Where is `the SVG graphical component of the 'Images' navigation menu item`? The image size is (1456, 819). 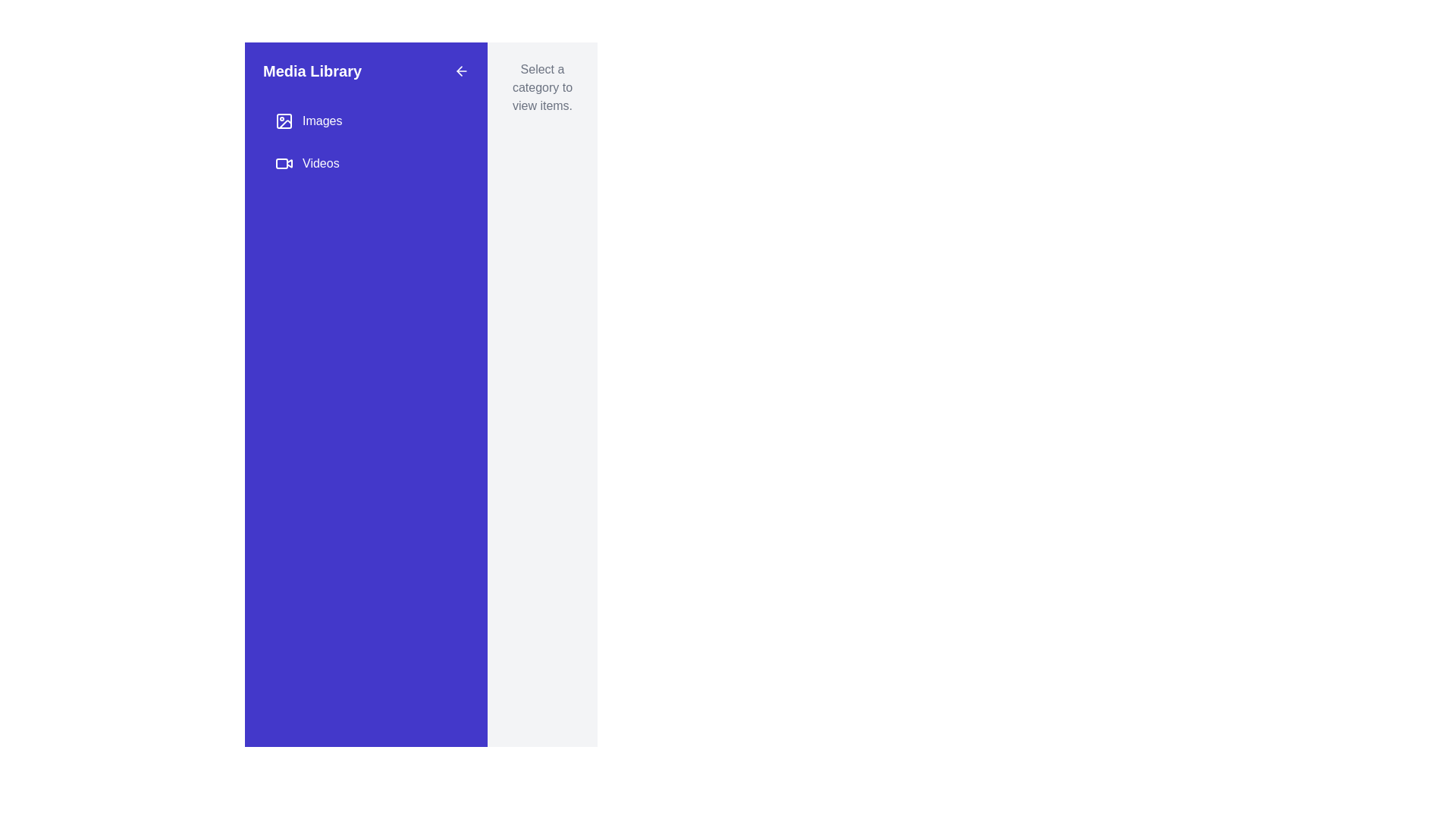
the SVG graphical component of the 'Images' navigation menu item is located at coordinates (284, 120).